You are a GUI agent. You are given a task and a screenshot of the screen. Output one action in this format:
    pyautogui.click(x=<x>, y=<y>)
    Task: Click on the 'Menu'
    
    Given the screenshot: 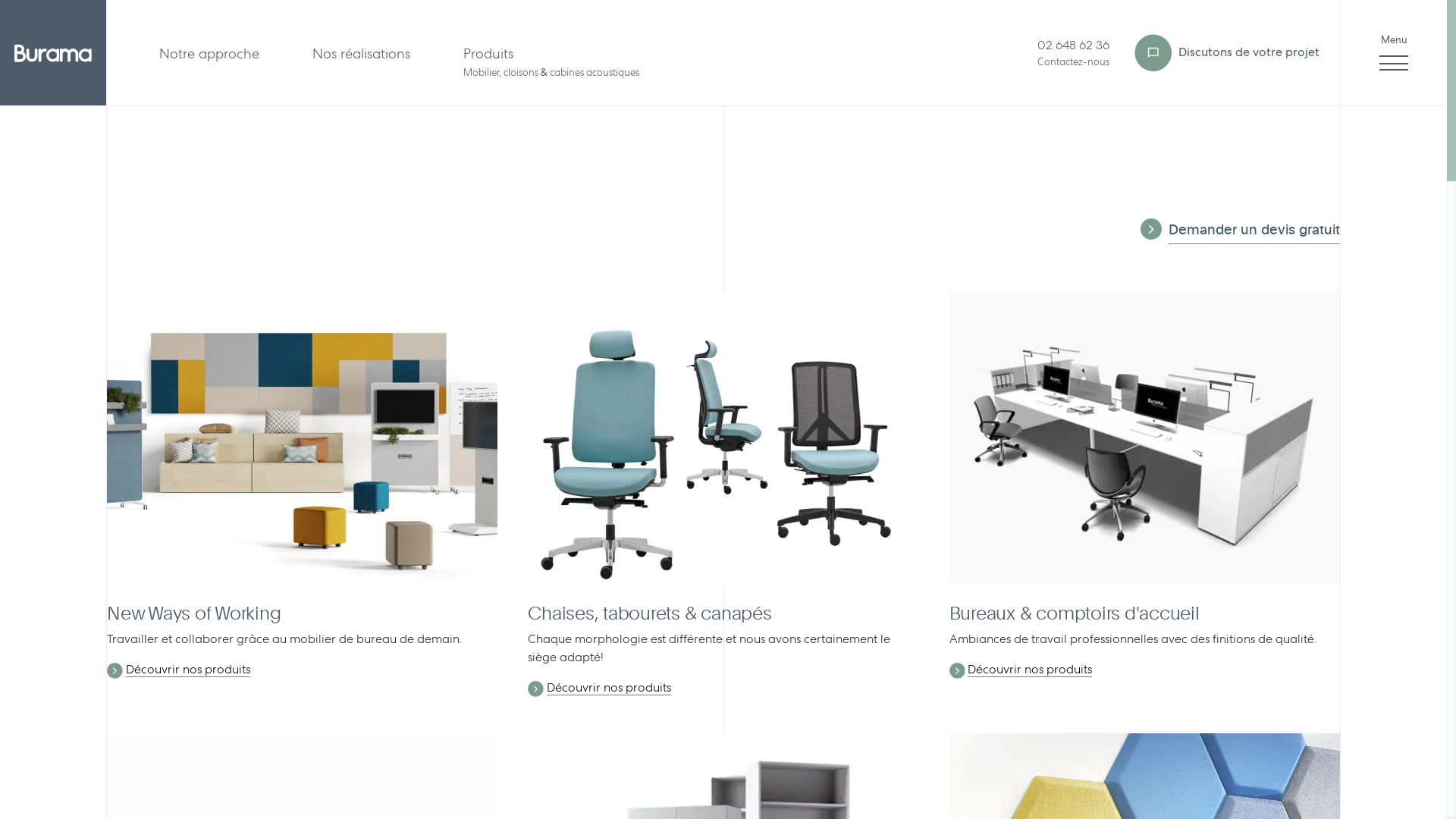 What is the action you would take?
    pyautogui.click(x=1394, y=52)
    